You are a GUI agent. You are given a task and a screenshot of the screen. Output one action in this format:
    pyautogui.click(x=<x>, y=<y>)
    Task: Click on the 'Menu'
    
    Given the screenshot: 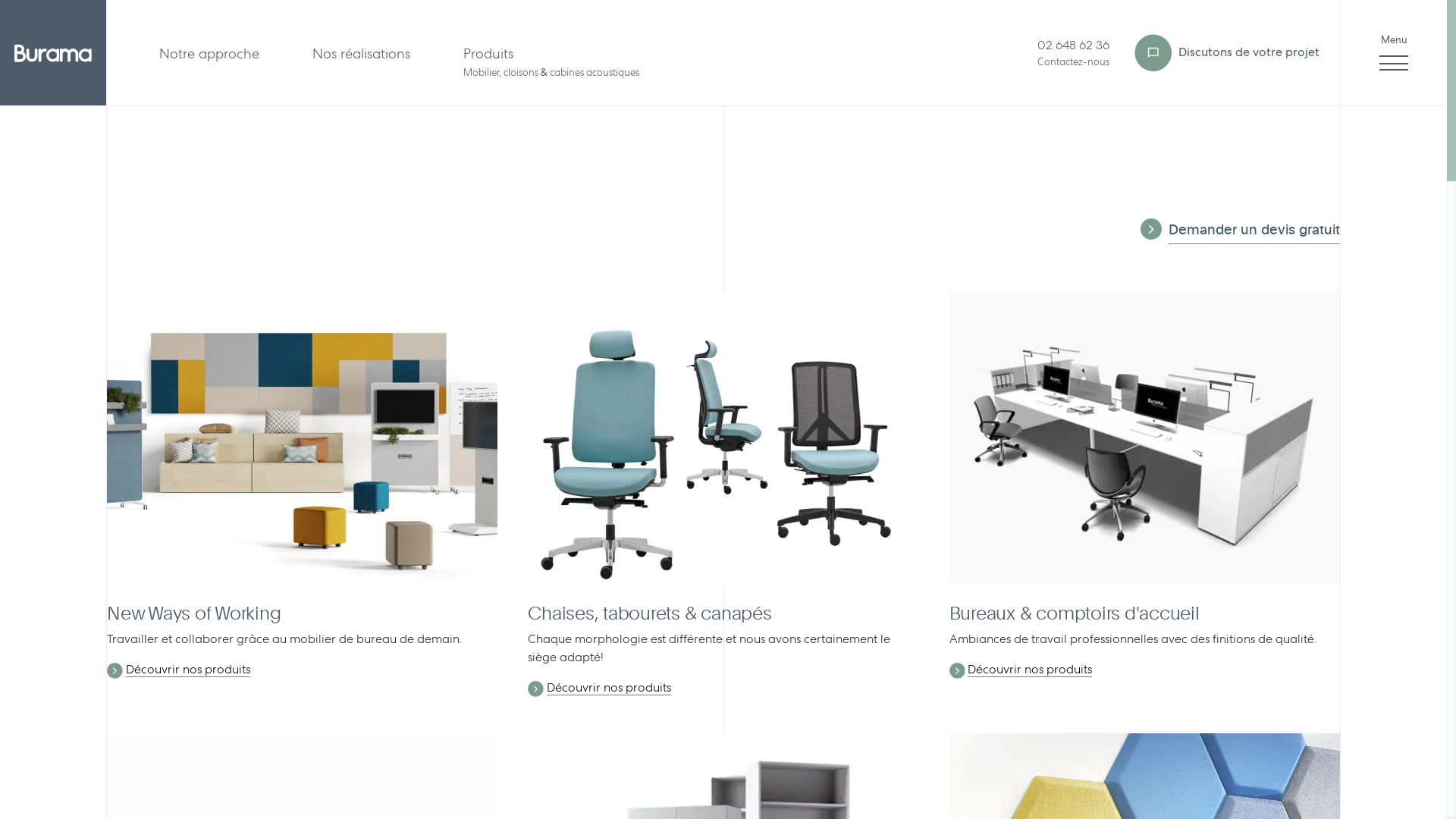 What is the action you would take?
    pyautogui.click(x=1394, y=52)
    